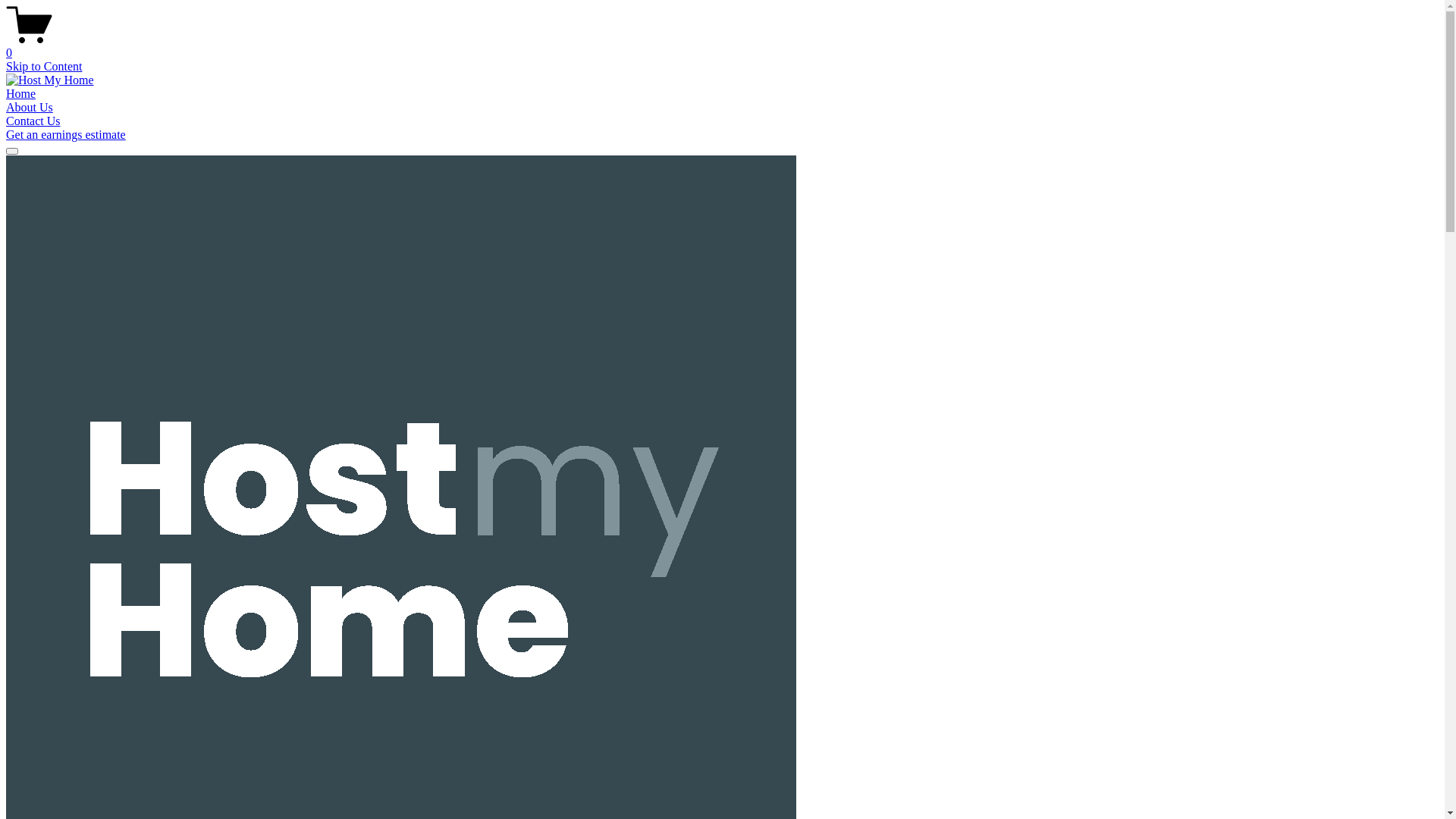  Describe the element at coordinates (721, 45) in the screenshot. I see `'0'` at that location.